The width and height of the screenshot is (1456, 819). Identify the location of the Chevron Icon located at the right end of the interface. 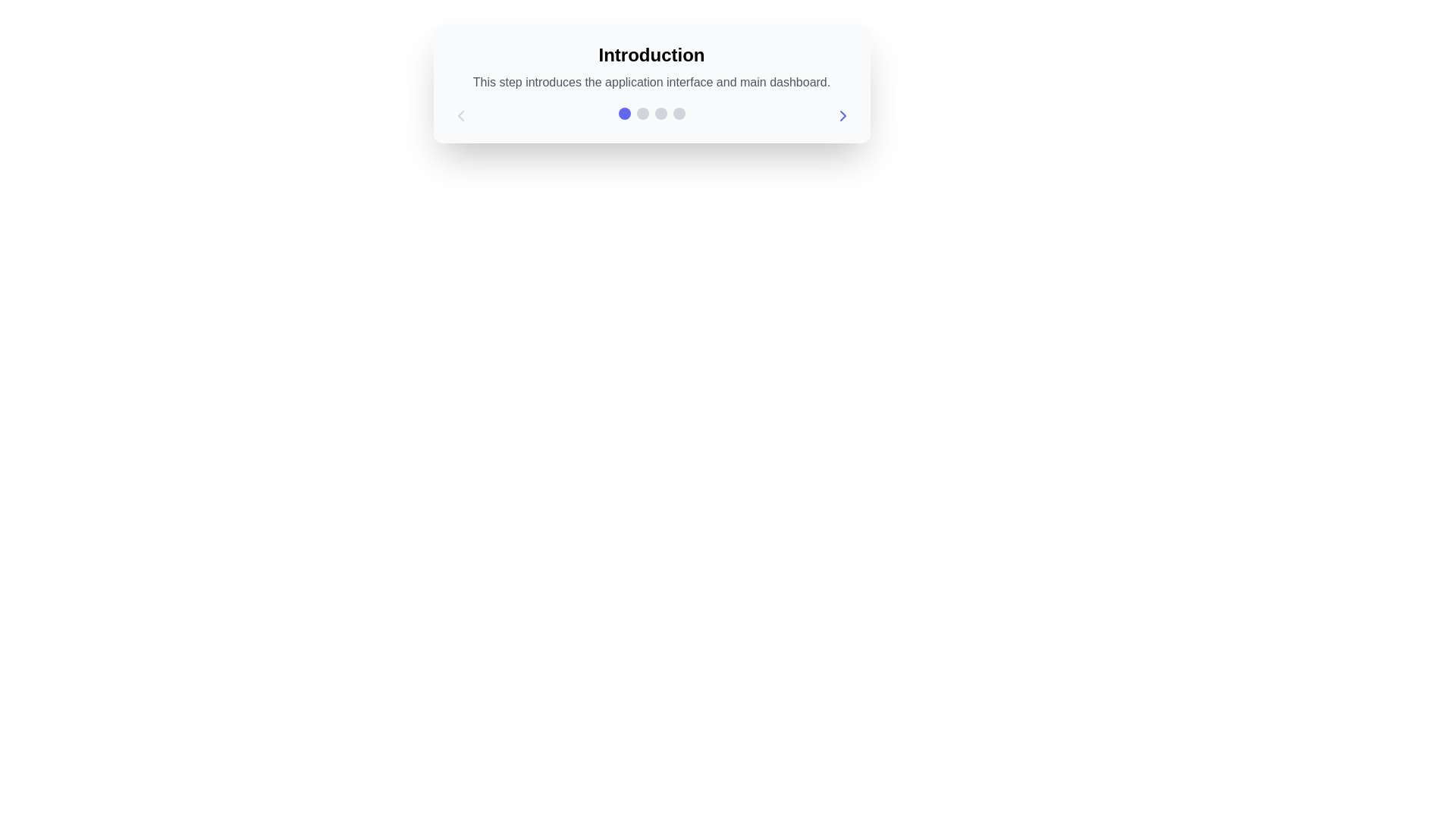
(842, 115).